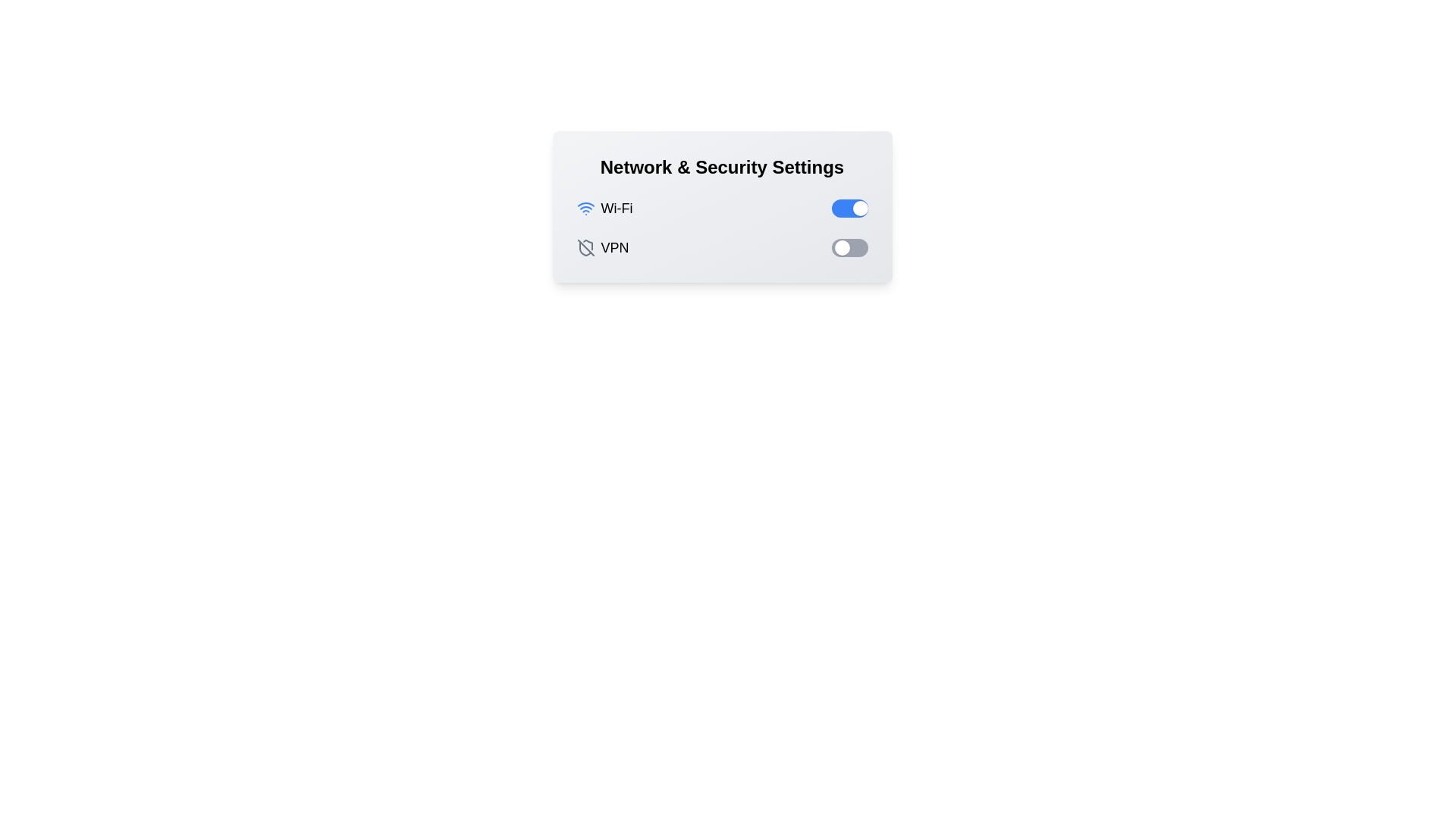 The image size is (1456, 819). I want to click on the informational text element for the VPN feature located to the left of the toggle switch, which is the second entry below the Wi-Fi label, so click(602, 247).